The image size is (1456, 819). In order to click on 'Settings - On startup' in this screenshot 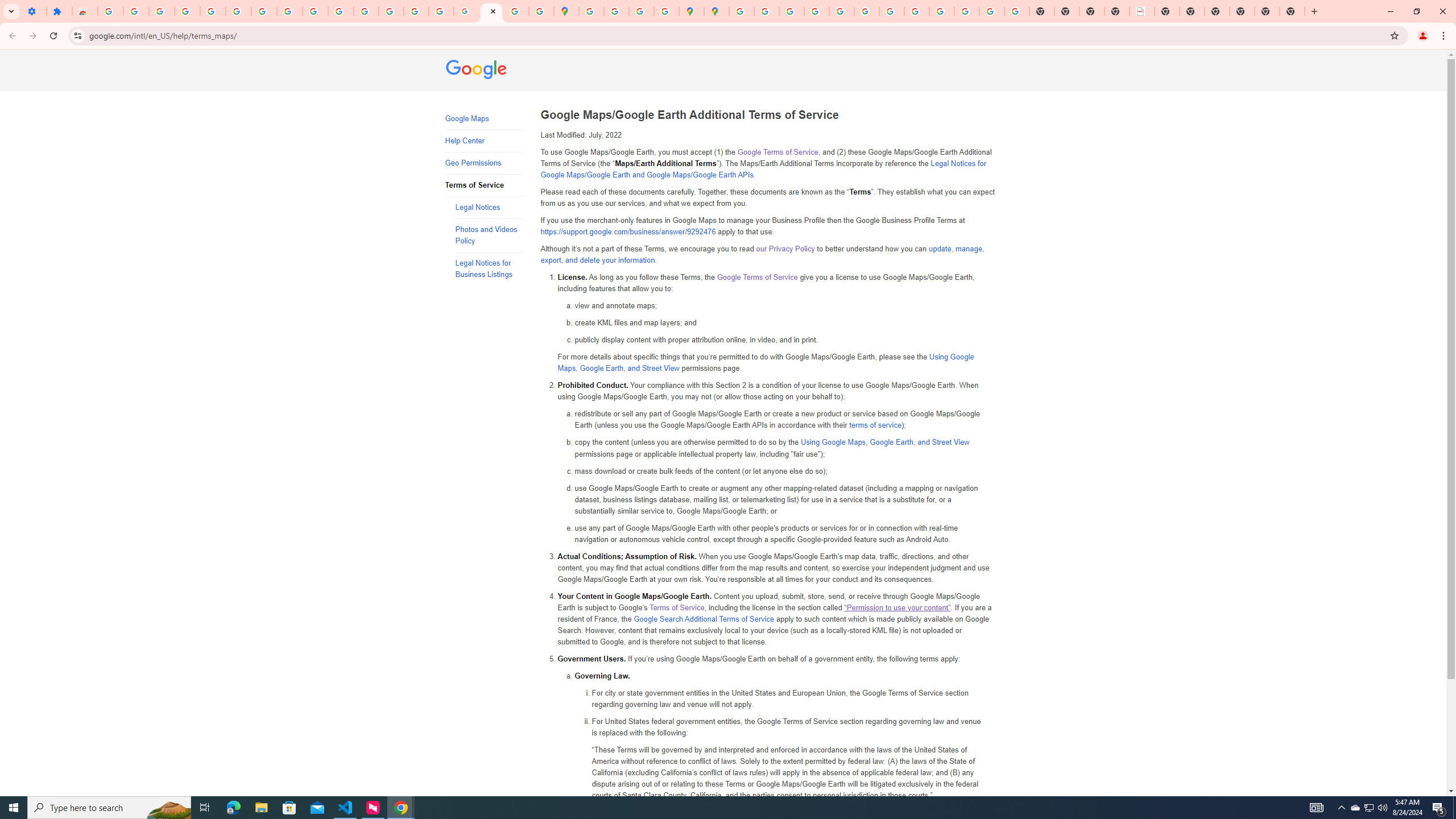, I will do `click(34, 11)`.